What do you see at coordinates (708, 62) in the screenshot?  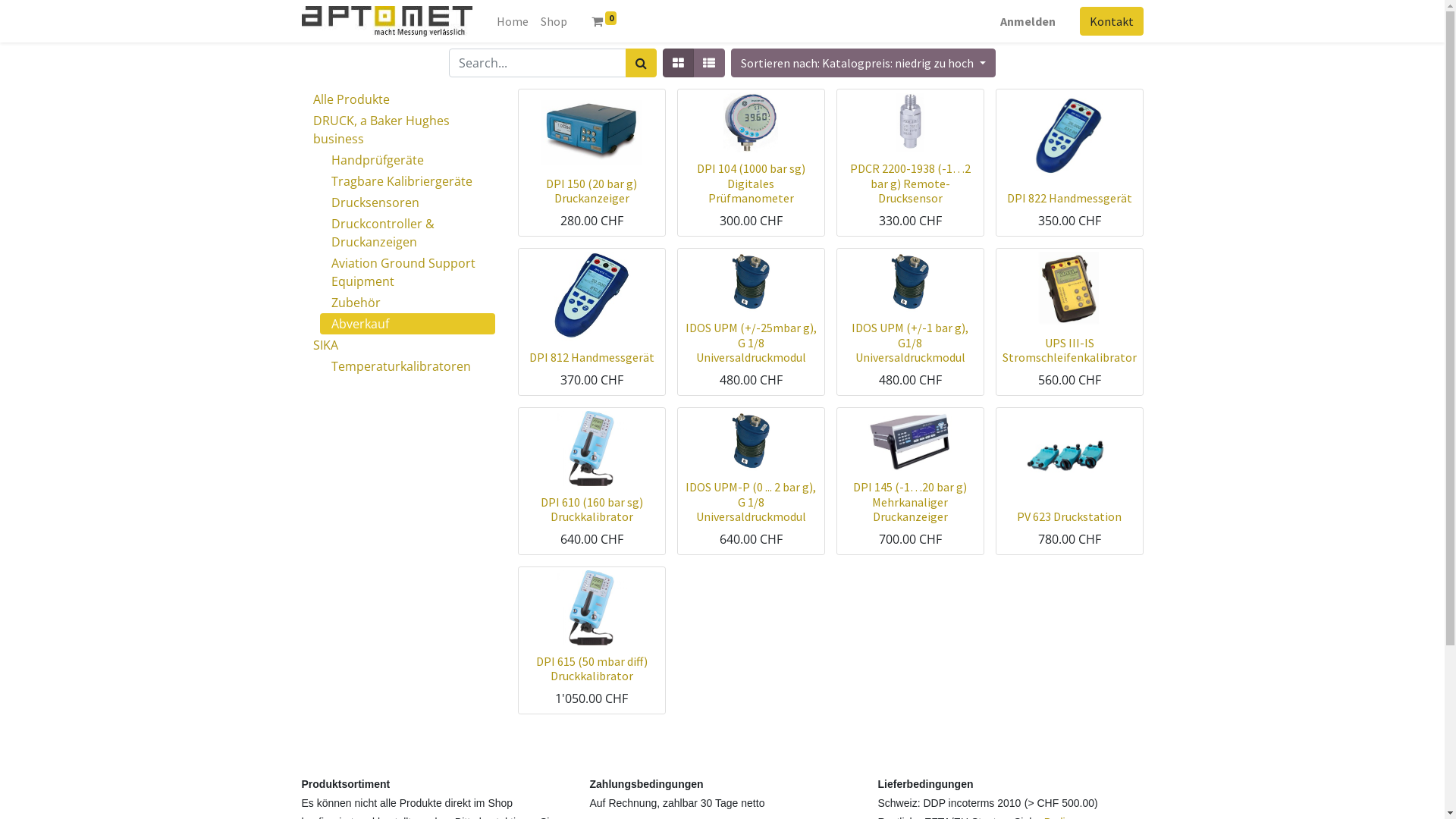 I see `'Liste'` at bounding box center [708, 62].